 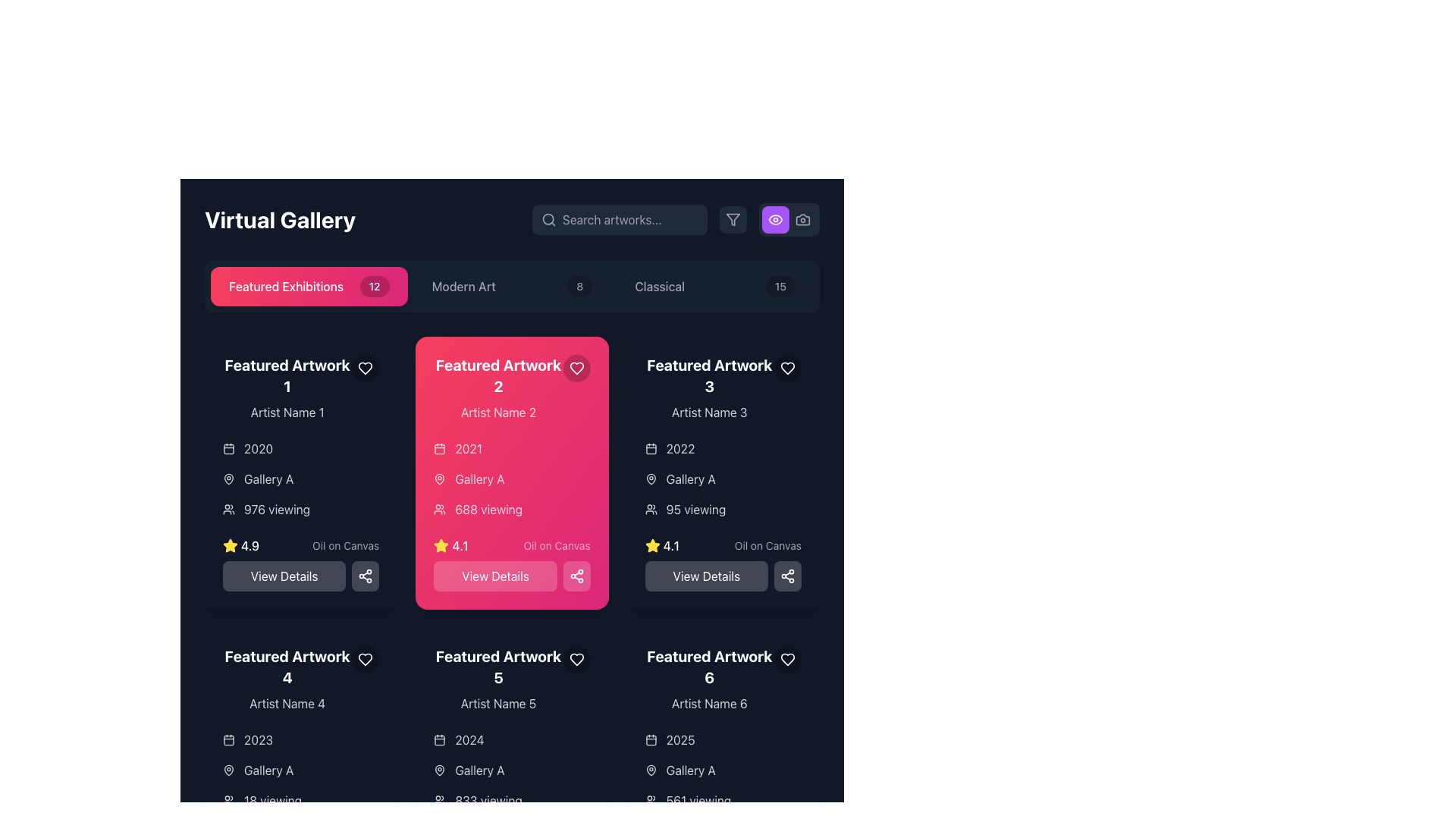 I want to click on the details of the artwork card located in the lower row of the grid layout, in the middle column, specifically positioned to the right of the fourth artwork card and to the left of the sixth artwork card, so click(x=512, y=678).